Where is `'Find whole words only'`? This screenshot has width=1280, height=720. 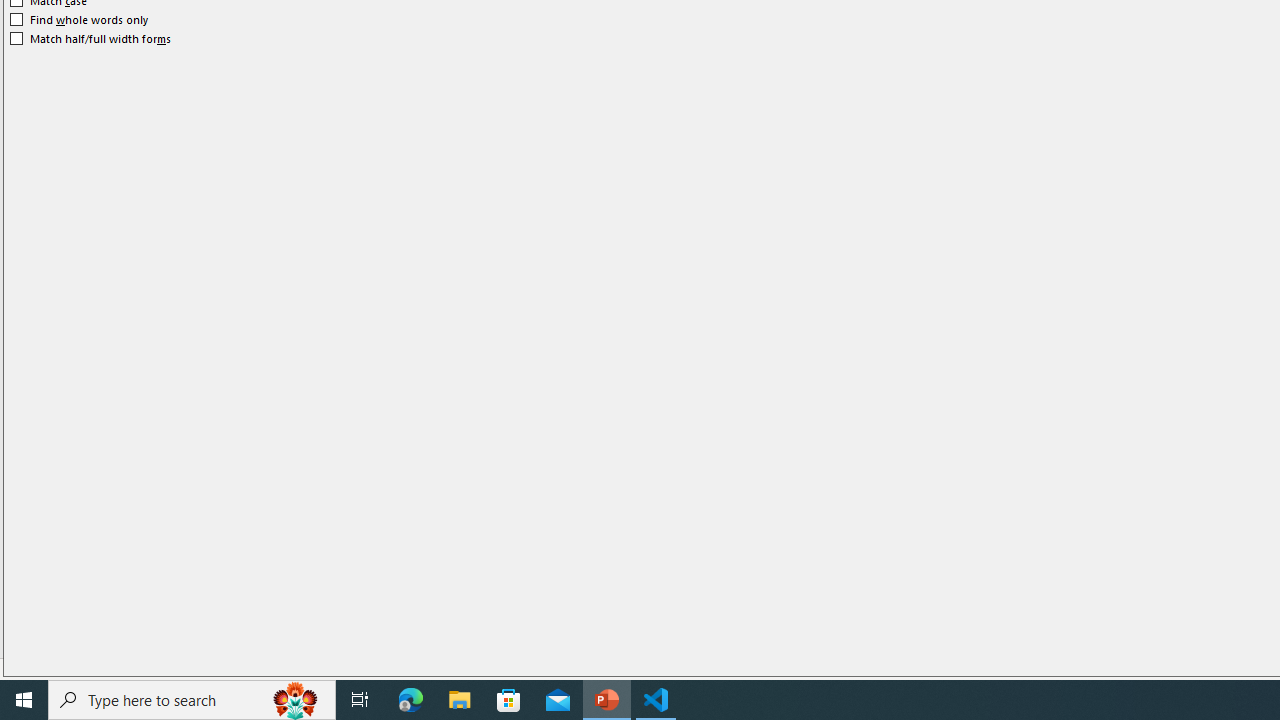 'Find whole words only' is located at coordinates (80, 20).